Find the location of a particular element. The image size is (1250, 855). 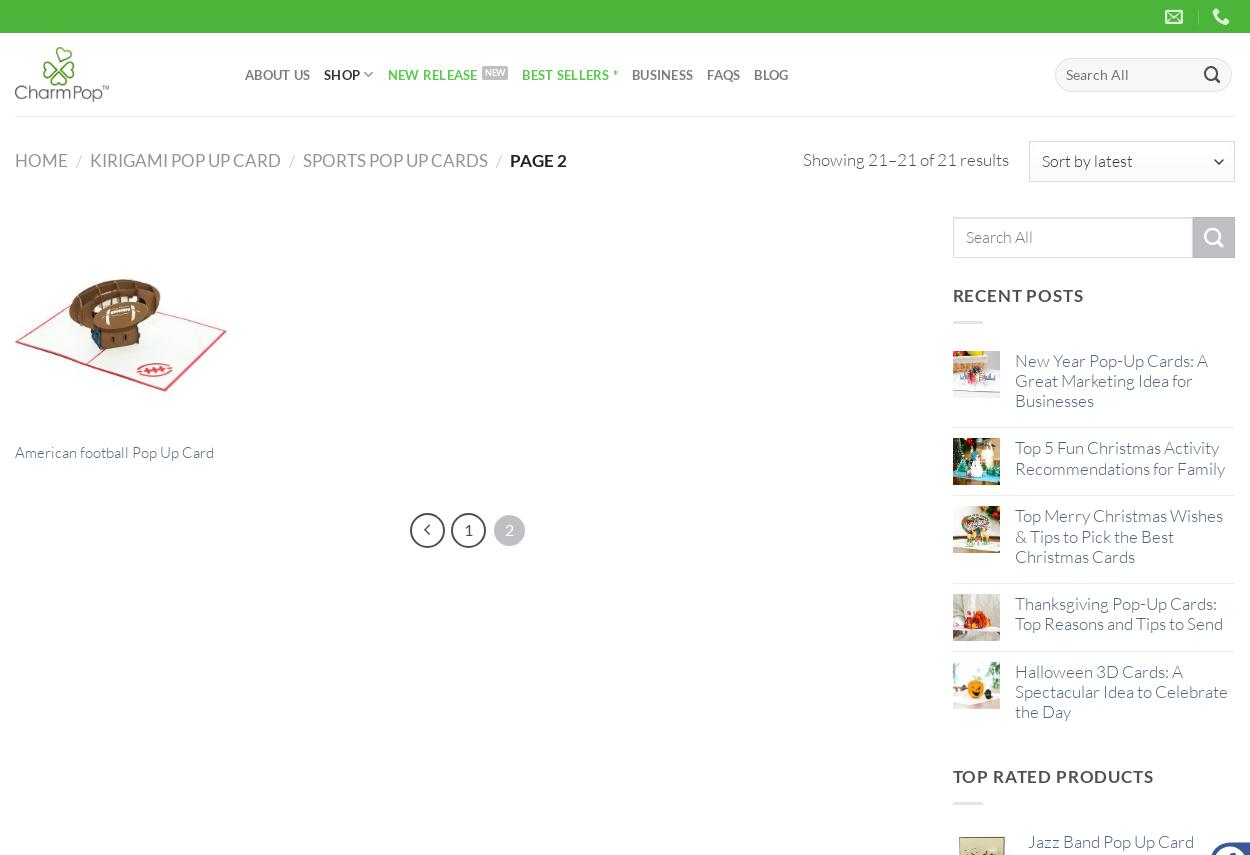

'About Us' is located at coordinates (277, 73).